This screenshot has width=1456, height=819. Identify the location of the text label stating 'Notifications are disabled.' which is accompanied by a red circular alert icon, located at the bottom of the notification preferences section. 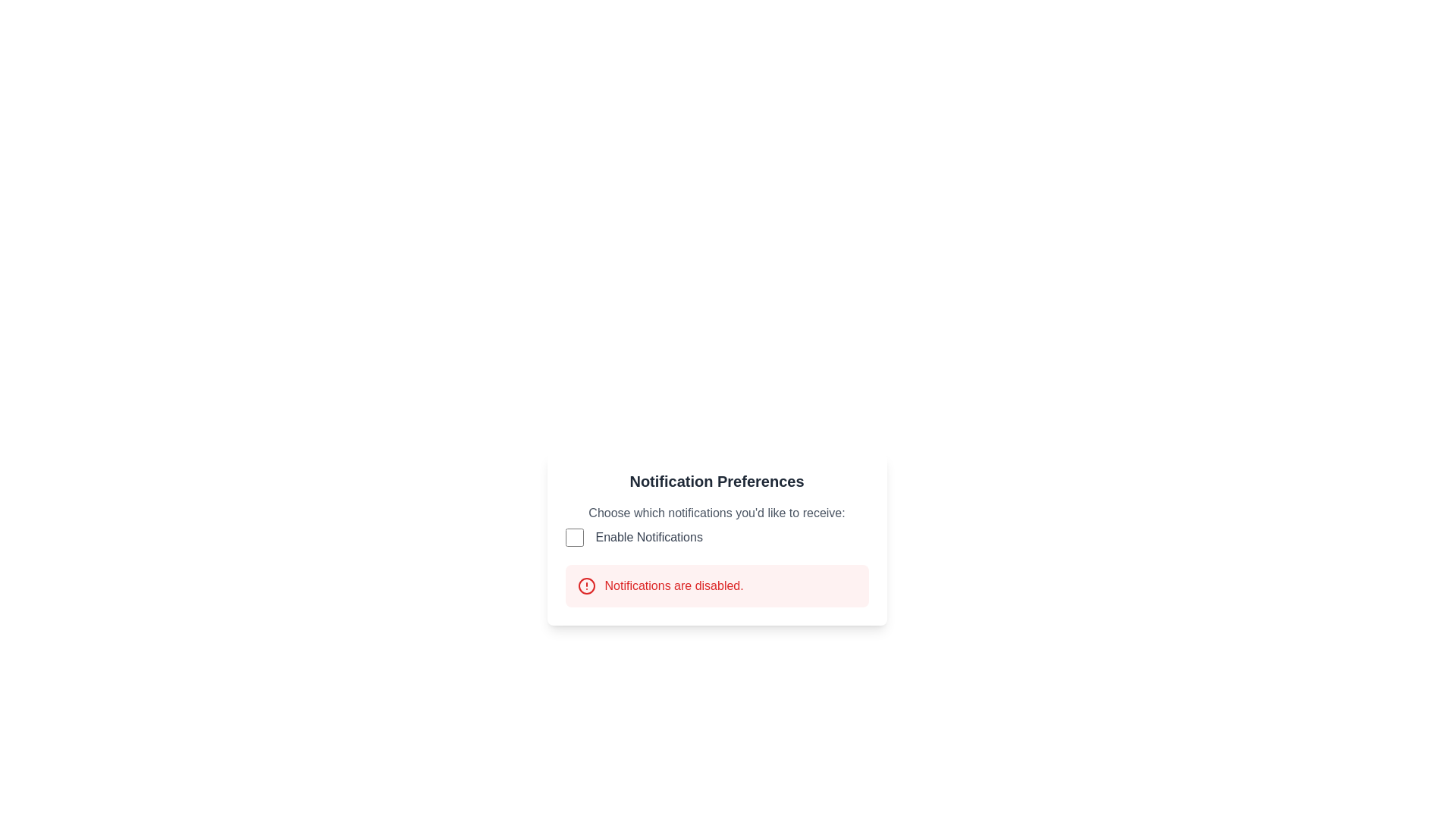
(716, 585).